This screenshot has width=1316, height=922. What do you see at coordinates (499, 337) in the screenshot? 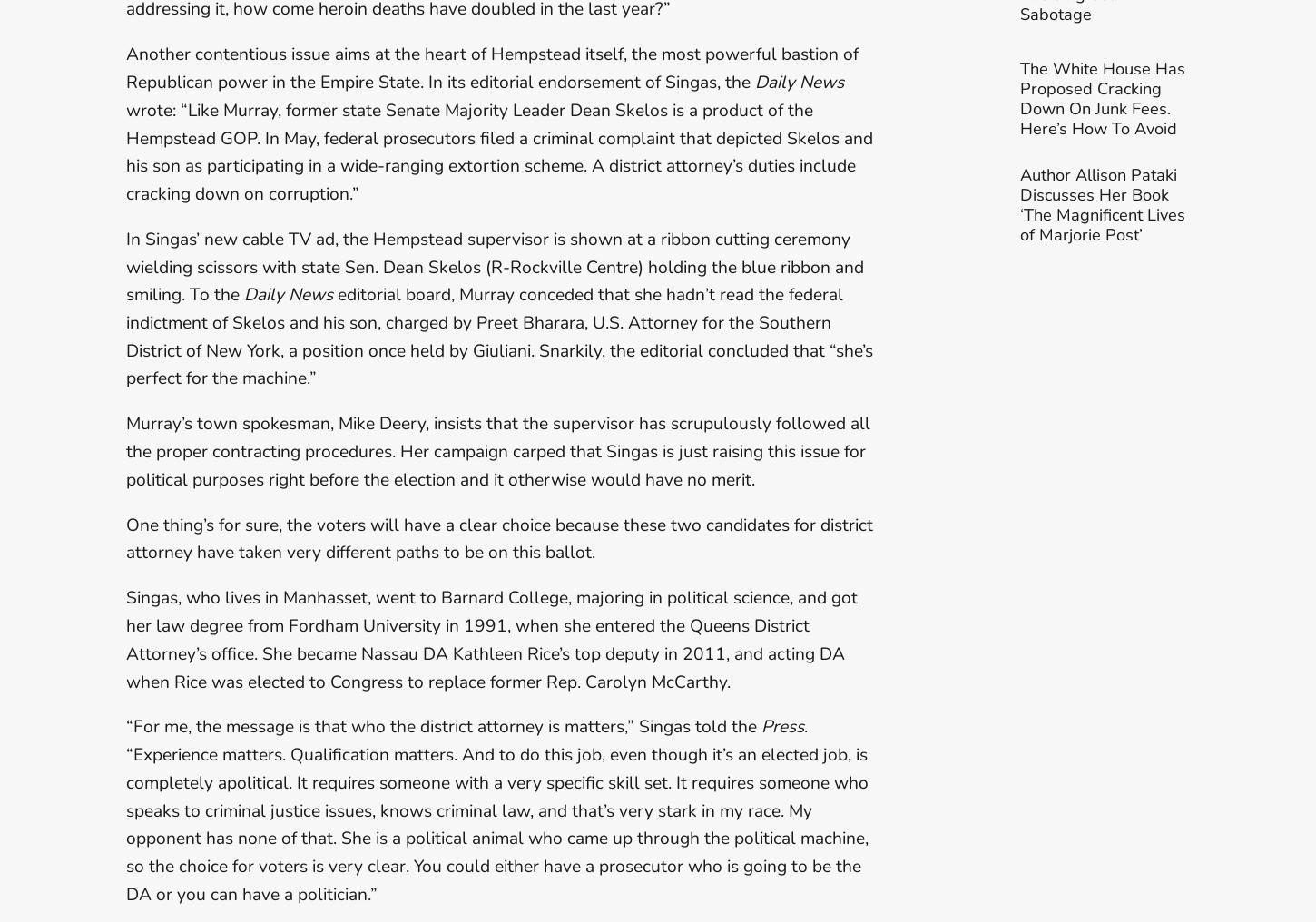
I see `'editorial board, Murray conceded that she hadn’t read the federal indictment of Skelos and his son, charged by Preet Bharara, U.S. Attorney for the Southern District of New York, a position once held by Giuliani. Snarkily, the editorial concluded that “she’s perfect for the machine.”'` at bounding box center [499, 337].